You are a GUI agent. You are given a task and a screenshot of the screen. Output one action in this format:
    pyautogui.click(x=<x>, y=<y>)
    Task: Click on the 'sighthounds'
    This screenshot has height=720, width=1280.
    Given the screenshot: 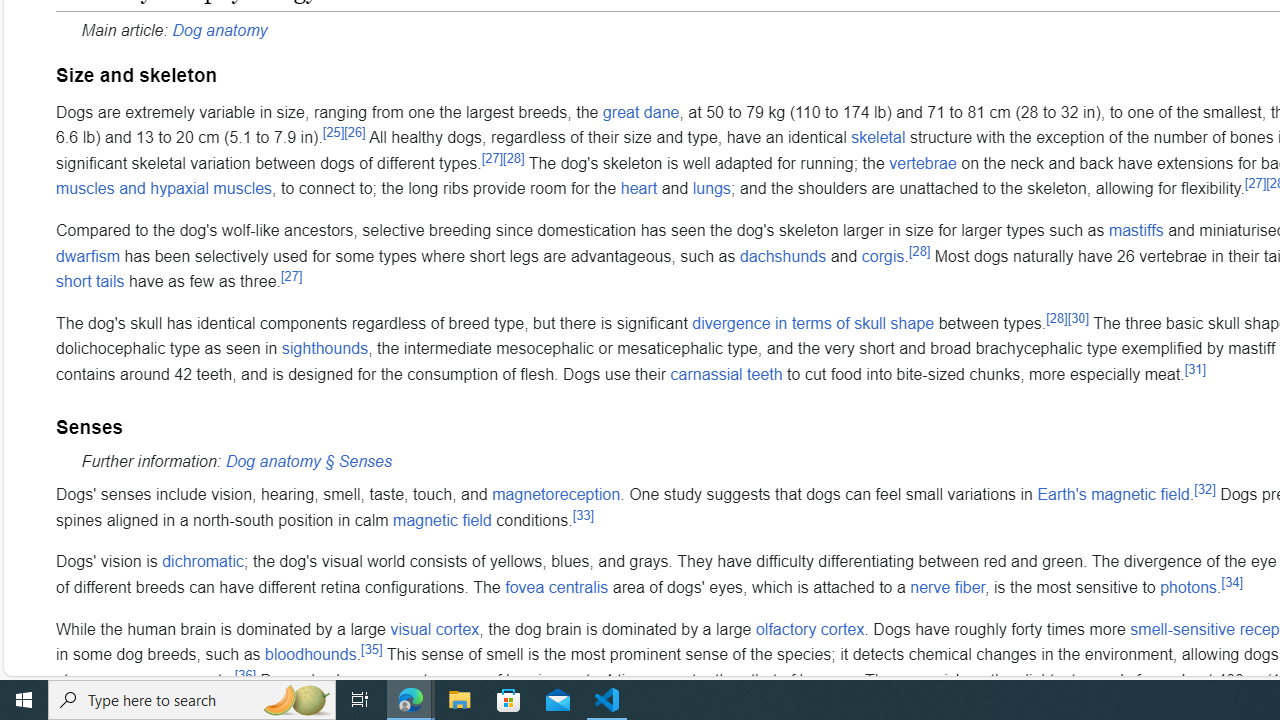 What is the action you would take?
    pyautogui.click(x=325, y=347)
    